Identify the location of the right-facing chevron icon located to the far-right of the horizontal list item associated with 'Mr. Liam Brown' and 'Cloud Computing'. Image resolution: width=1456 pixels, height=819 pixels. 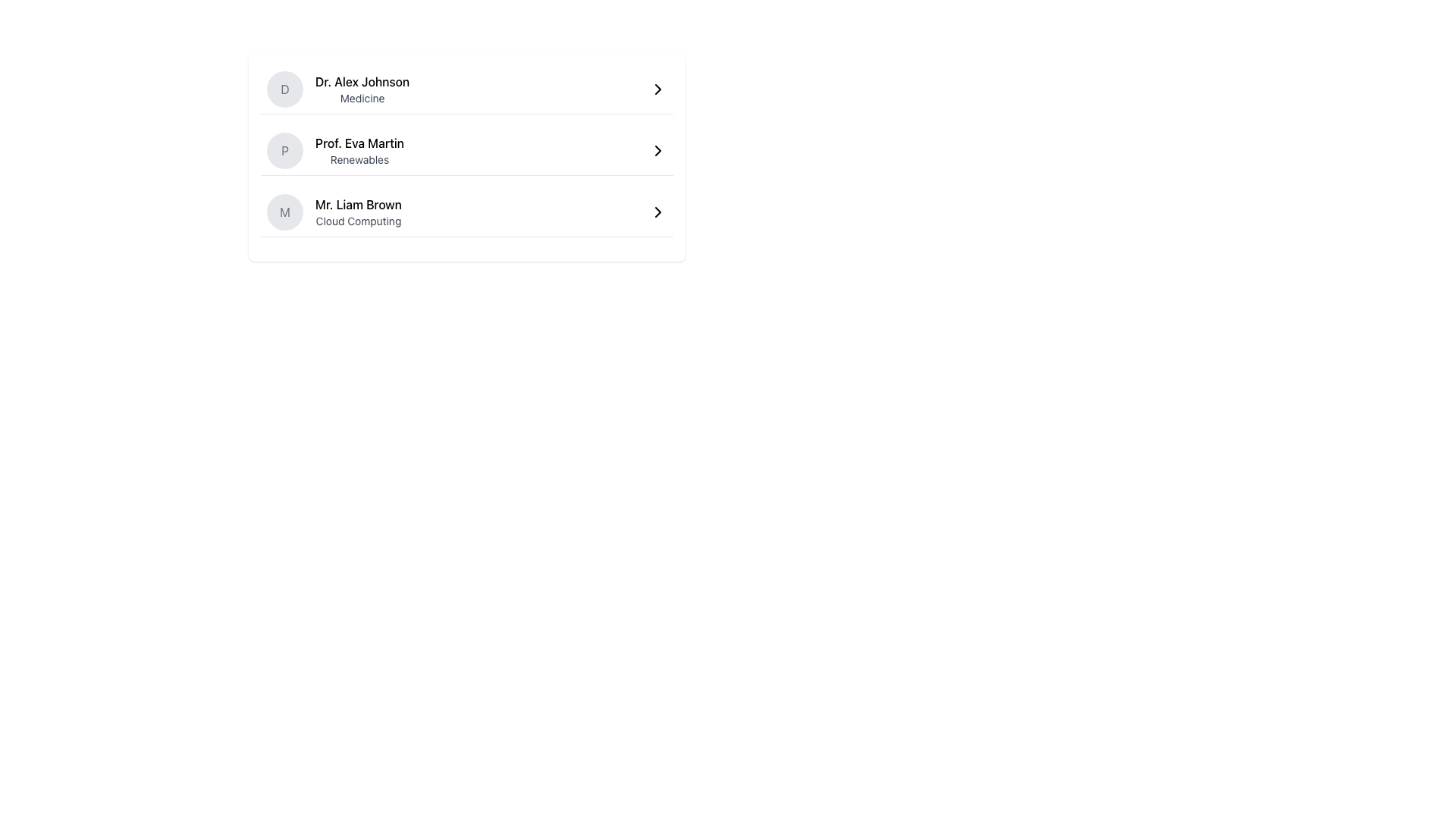
(658, 212).